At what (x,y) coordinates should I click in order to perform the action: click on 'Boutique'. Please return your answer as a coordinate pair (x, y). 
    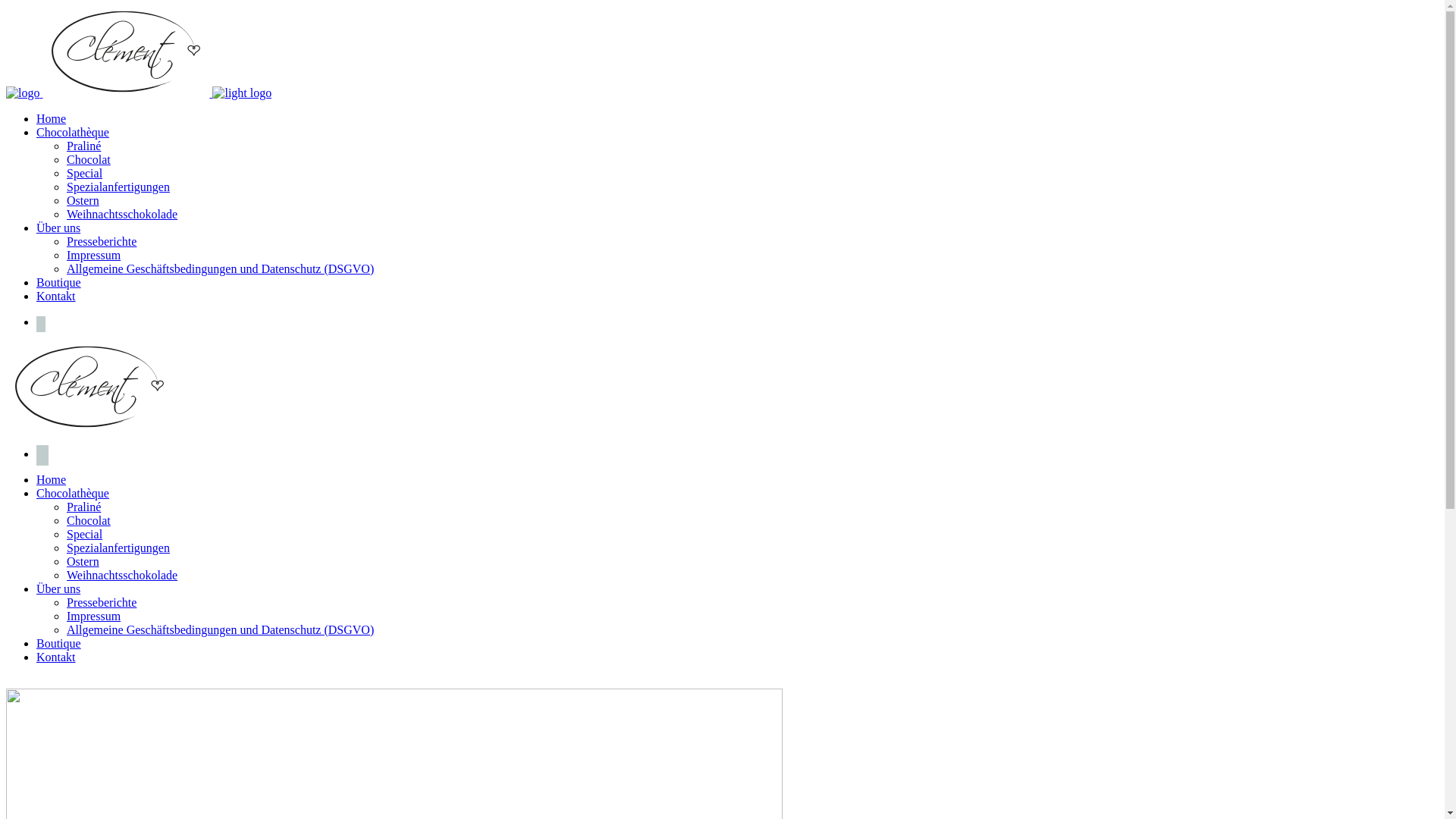
    Looking at the image, I should click on (36, 643).